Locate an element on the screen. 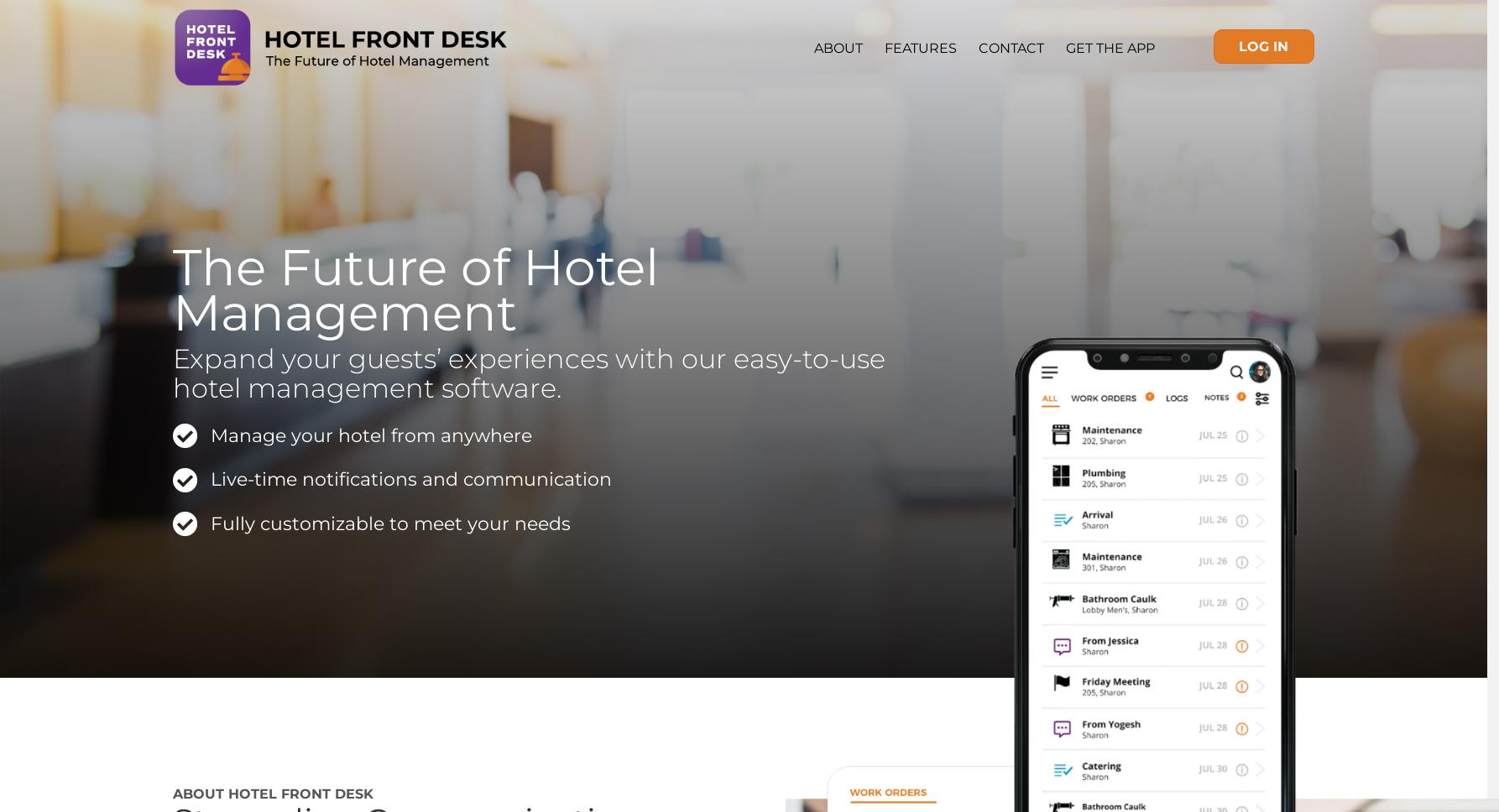 This screenshot has height=812, width=1499. 'ABOUT' is located at coordinates (838, 47).